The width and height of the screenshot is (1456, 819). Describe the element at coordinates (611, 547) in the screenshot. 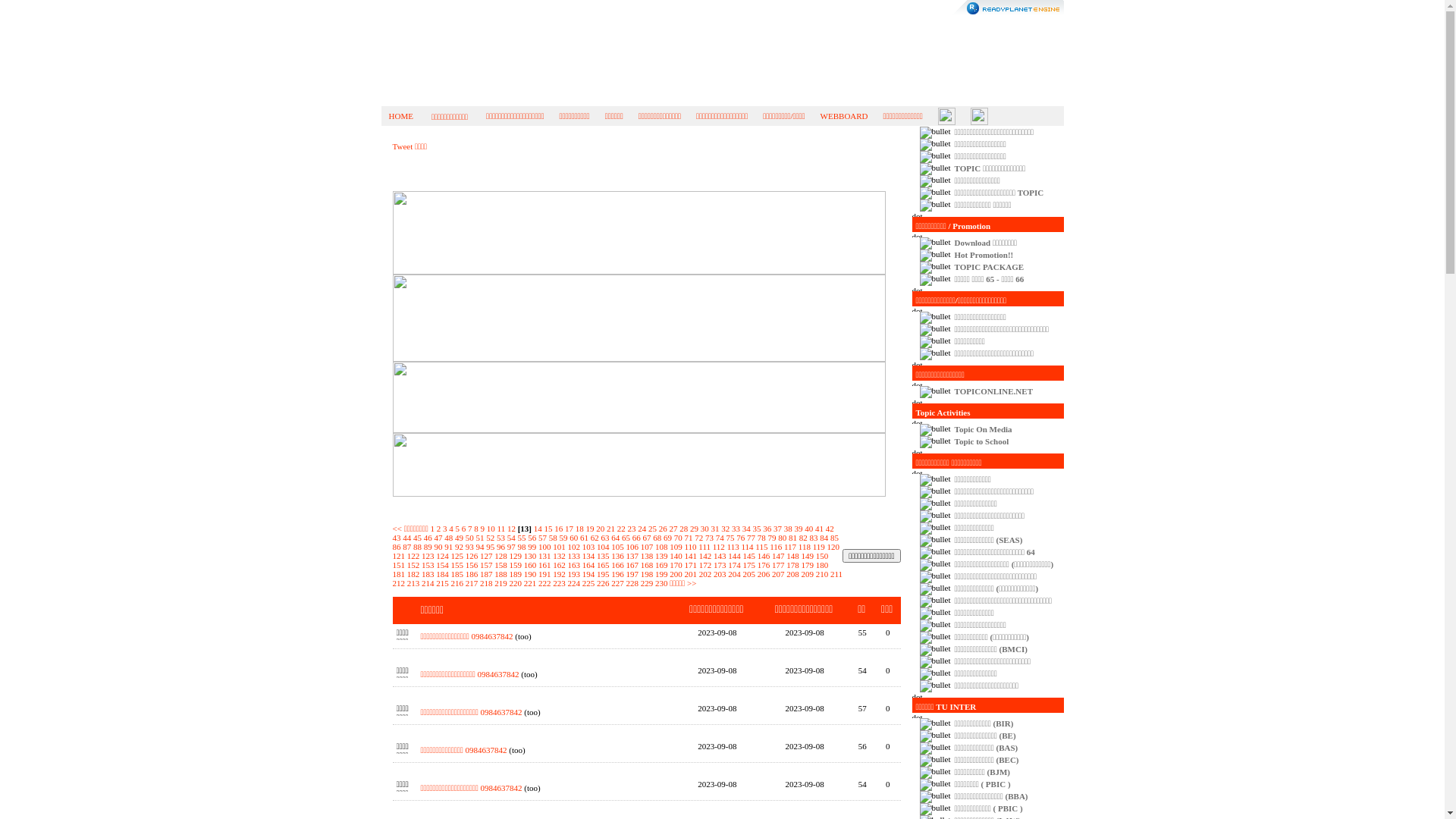

I see `'105'` at that location.